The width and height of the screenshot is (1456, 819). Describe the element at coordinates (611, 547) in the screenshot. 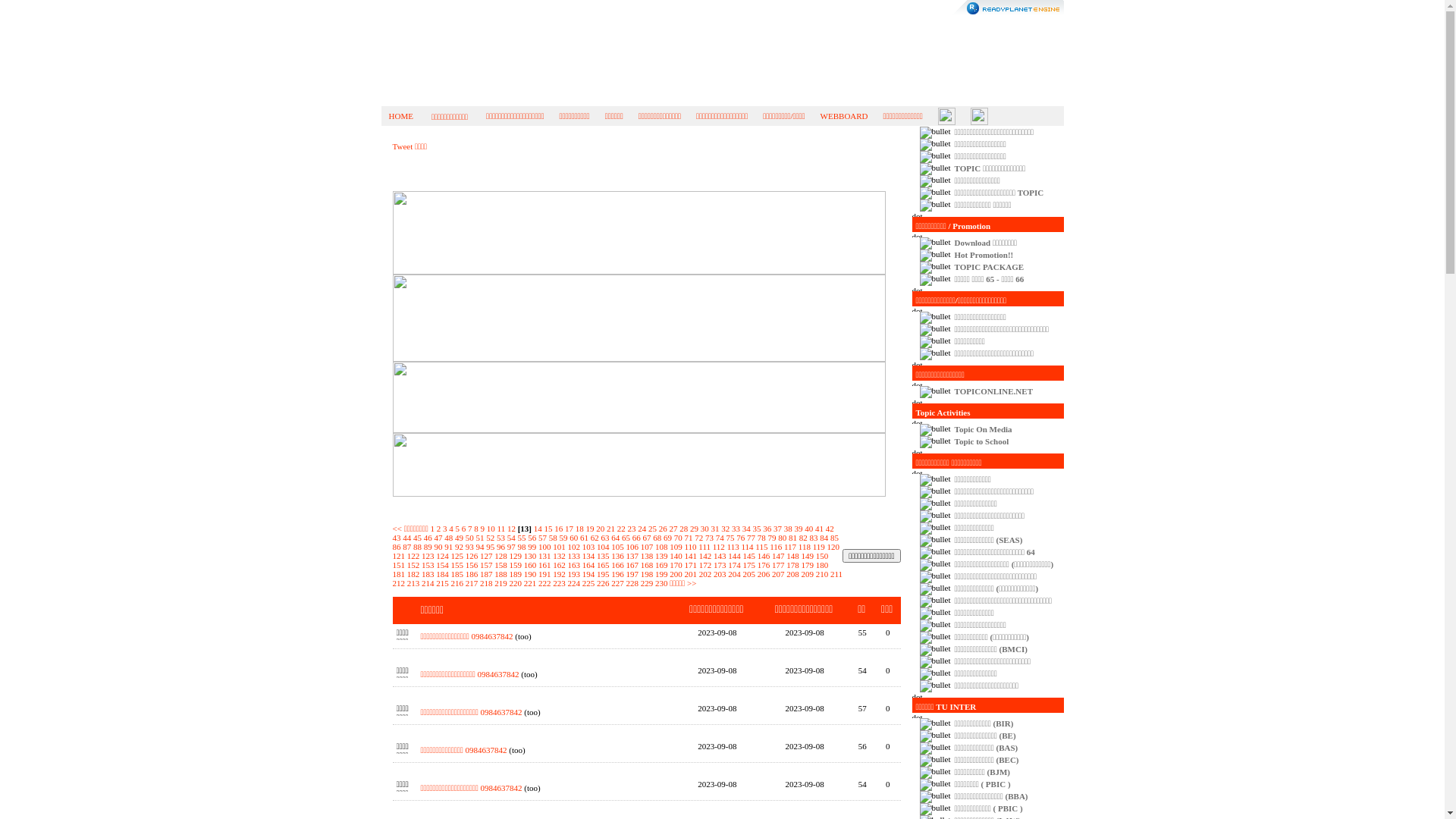

I see `'105'` at that location.